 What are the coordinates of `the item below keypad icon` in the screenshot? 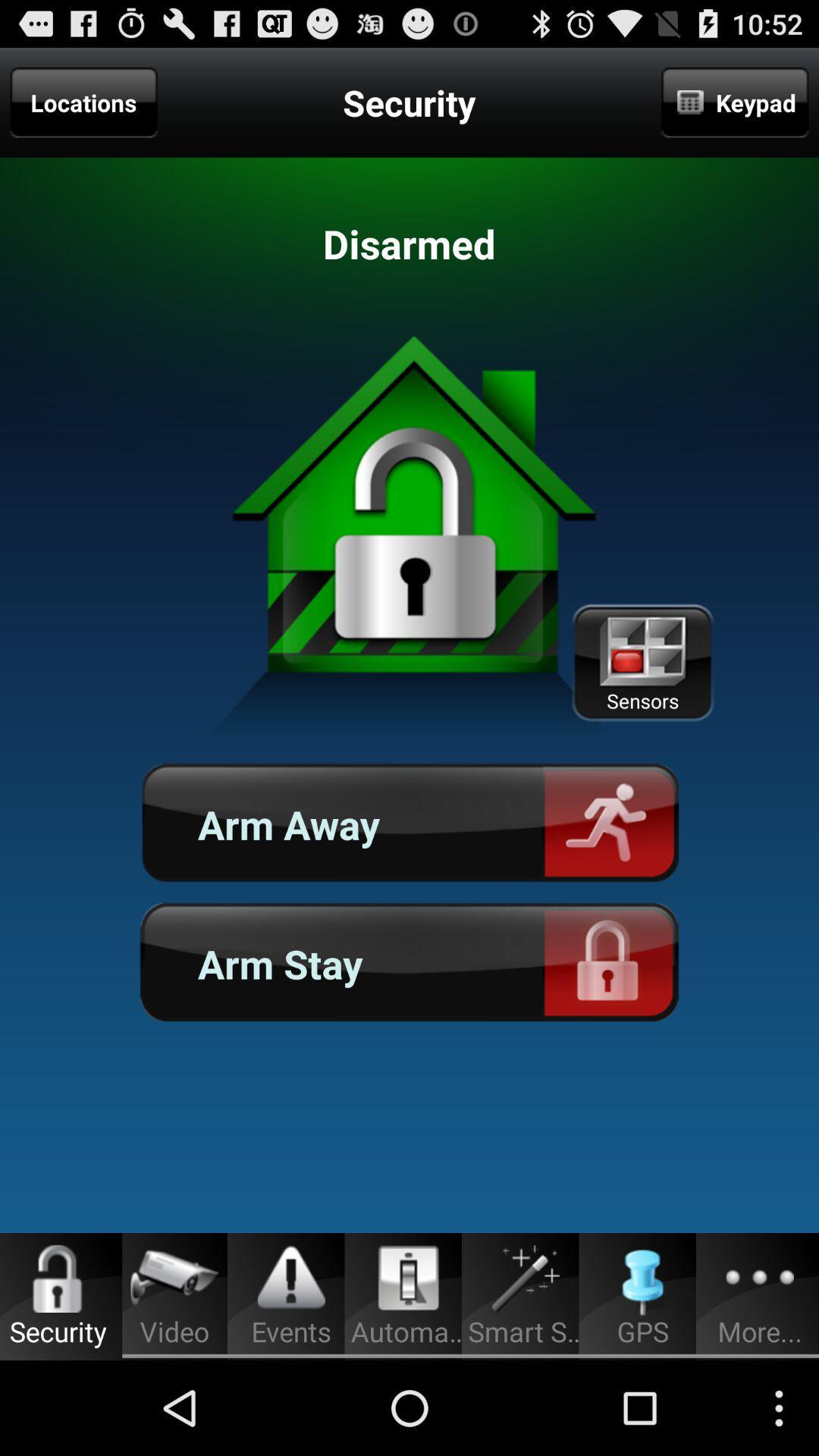 It's located at (642, 663).